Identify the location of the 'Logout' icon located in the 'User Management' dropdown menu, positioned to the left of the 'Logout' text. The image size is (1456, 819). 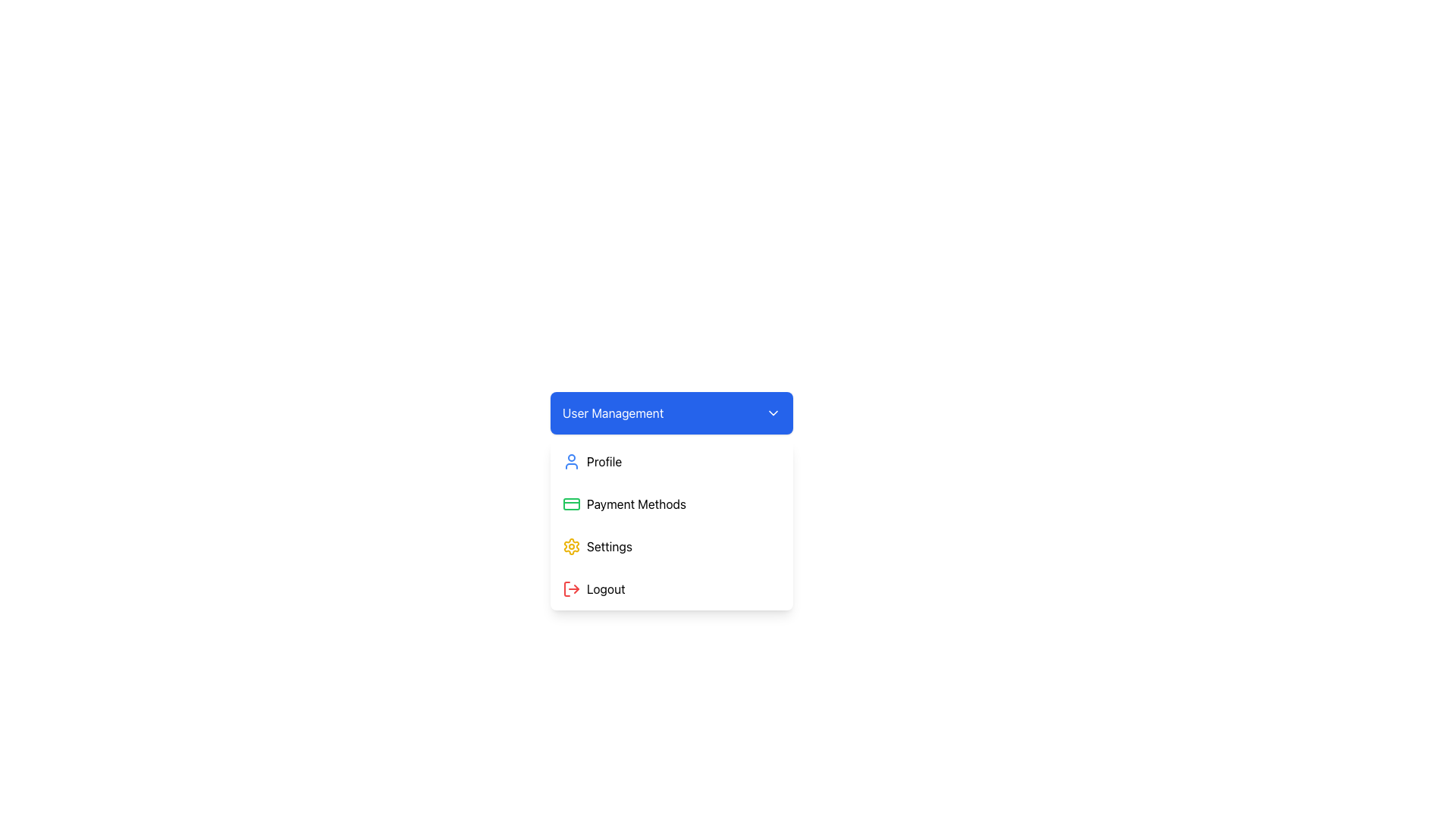
(570, 588).